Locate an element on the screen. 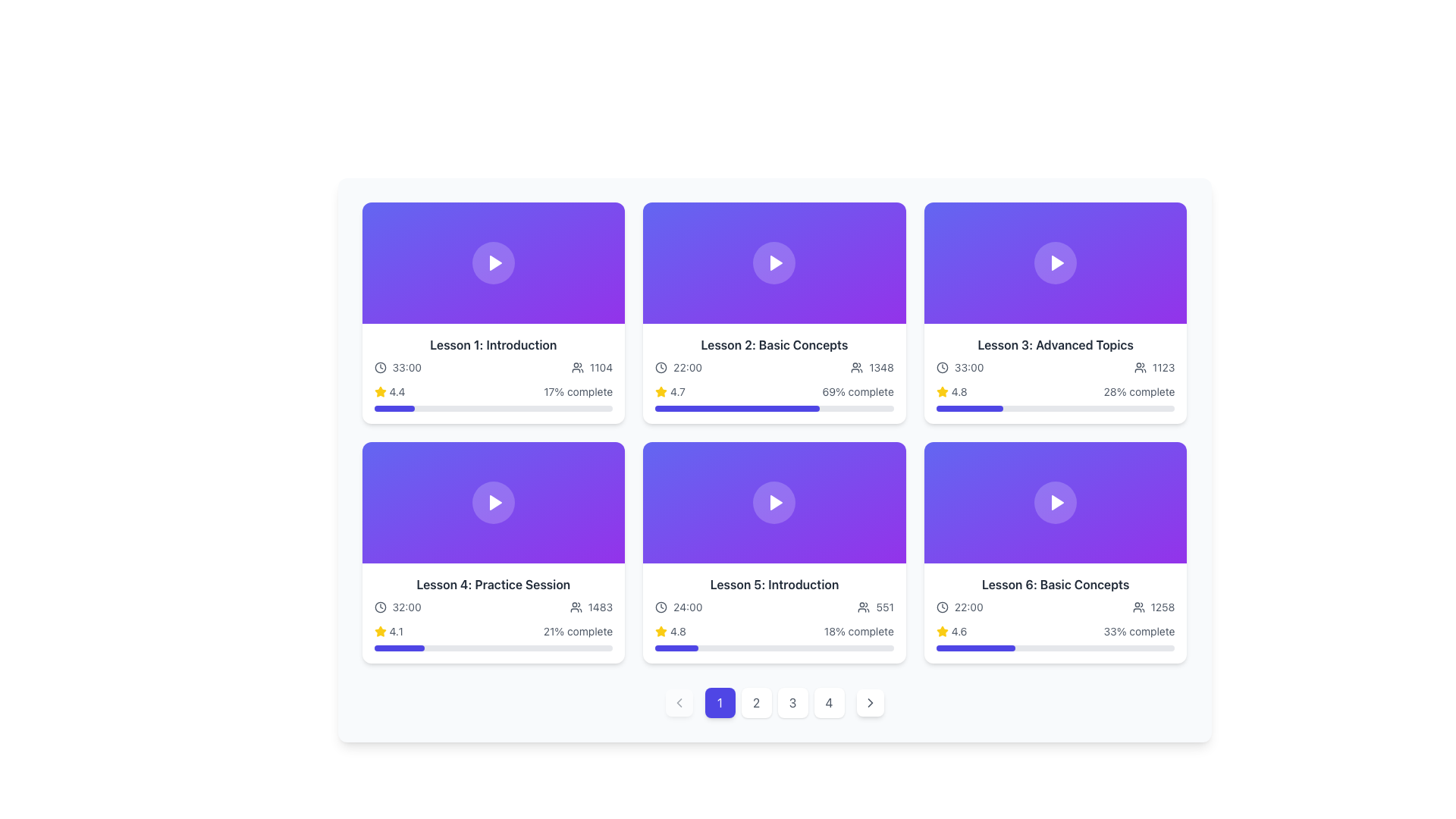  the play button for 'Lesson 3: Advanced Topics' to initiate playback is located at coordinates (1056, 262).